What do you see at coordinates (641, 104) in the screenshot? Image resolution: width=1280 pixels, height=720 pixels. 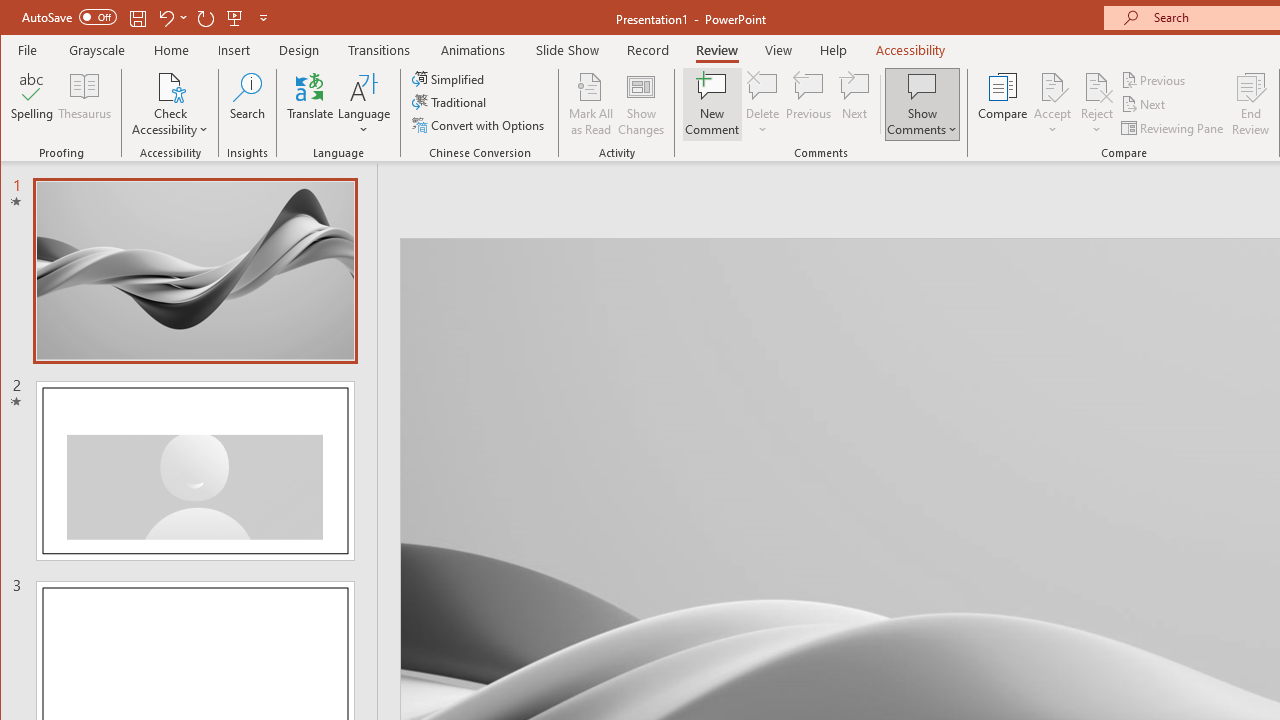 I see `'Show Changes'` at bounding box center [641, 104].